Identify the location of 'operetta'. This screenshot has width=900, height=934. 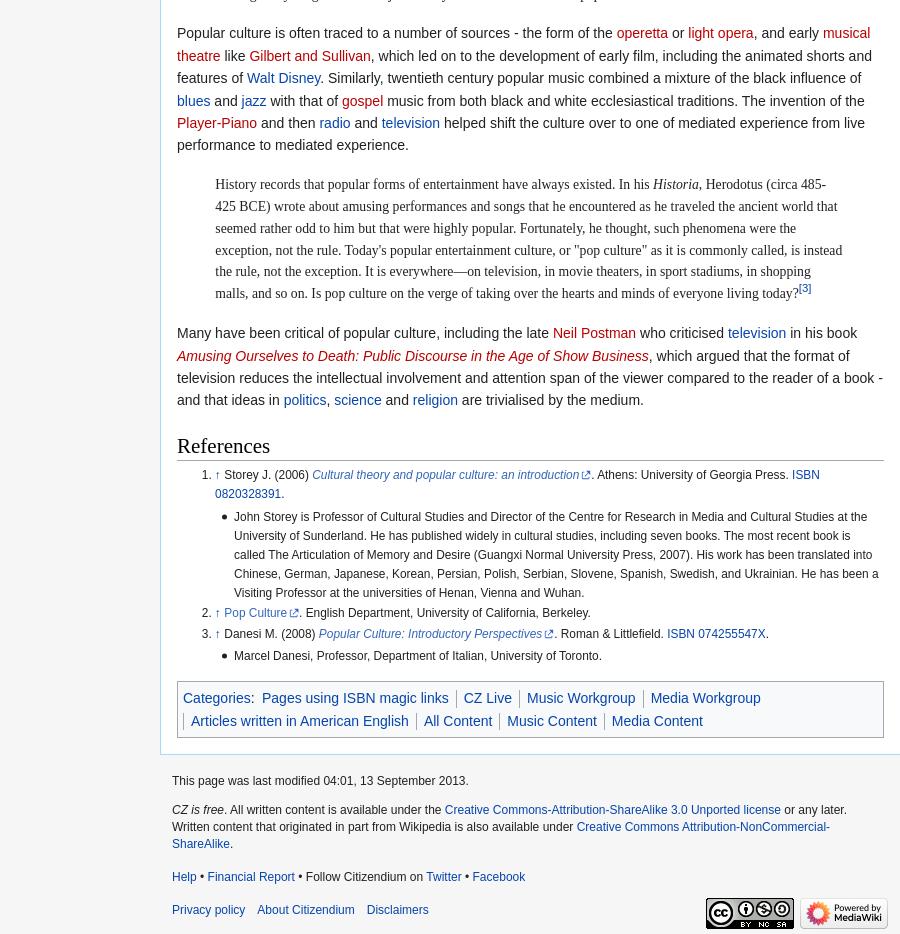
(641, 31).